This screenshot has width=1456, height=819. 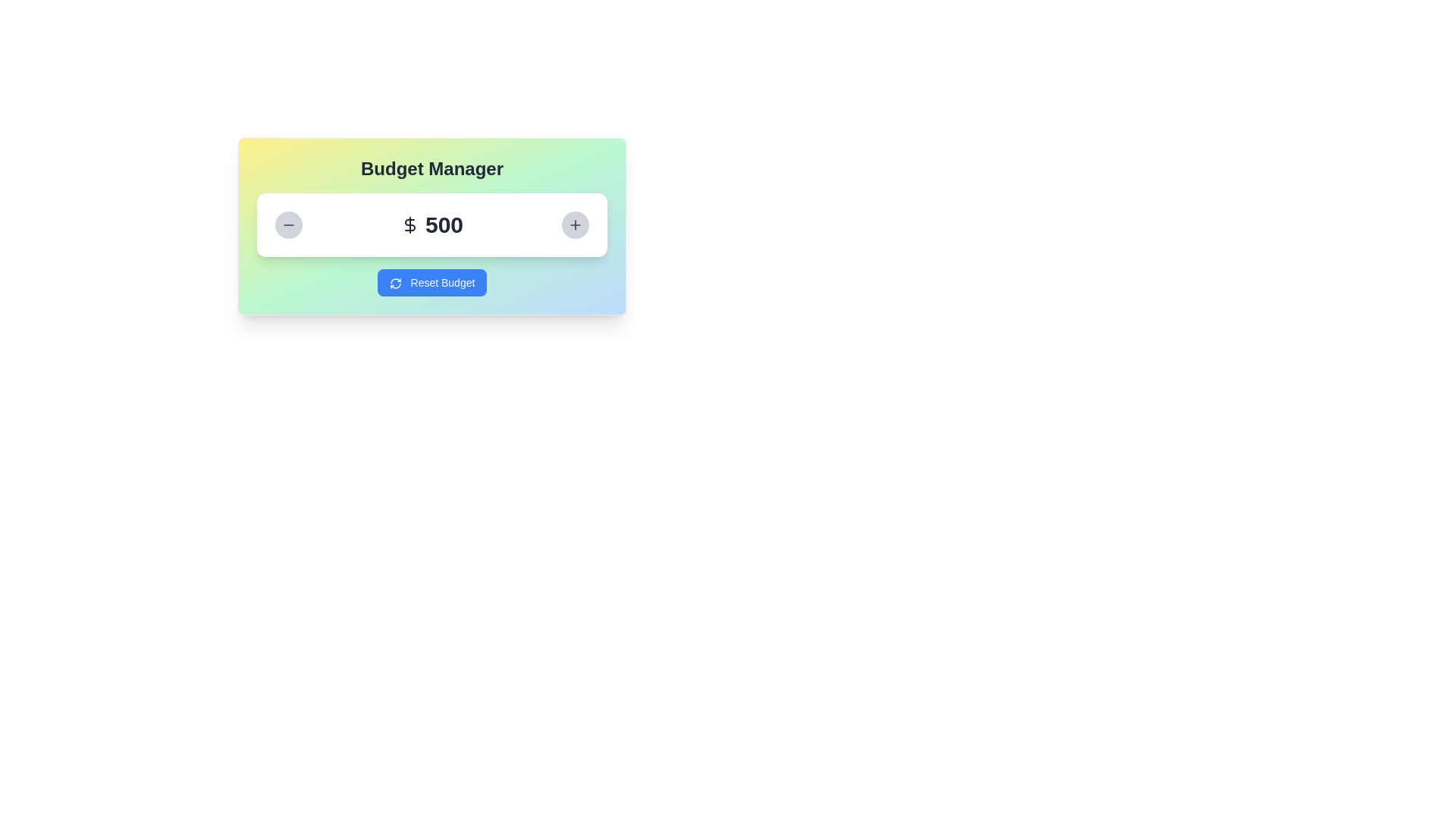 What do you see at coordinates (288, 225) in the screenshot?
I see `the decrement button located to the left of the number '500' to potentially reveal a tooltip` at bounding box center [288, 225].